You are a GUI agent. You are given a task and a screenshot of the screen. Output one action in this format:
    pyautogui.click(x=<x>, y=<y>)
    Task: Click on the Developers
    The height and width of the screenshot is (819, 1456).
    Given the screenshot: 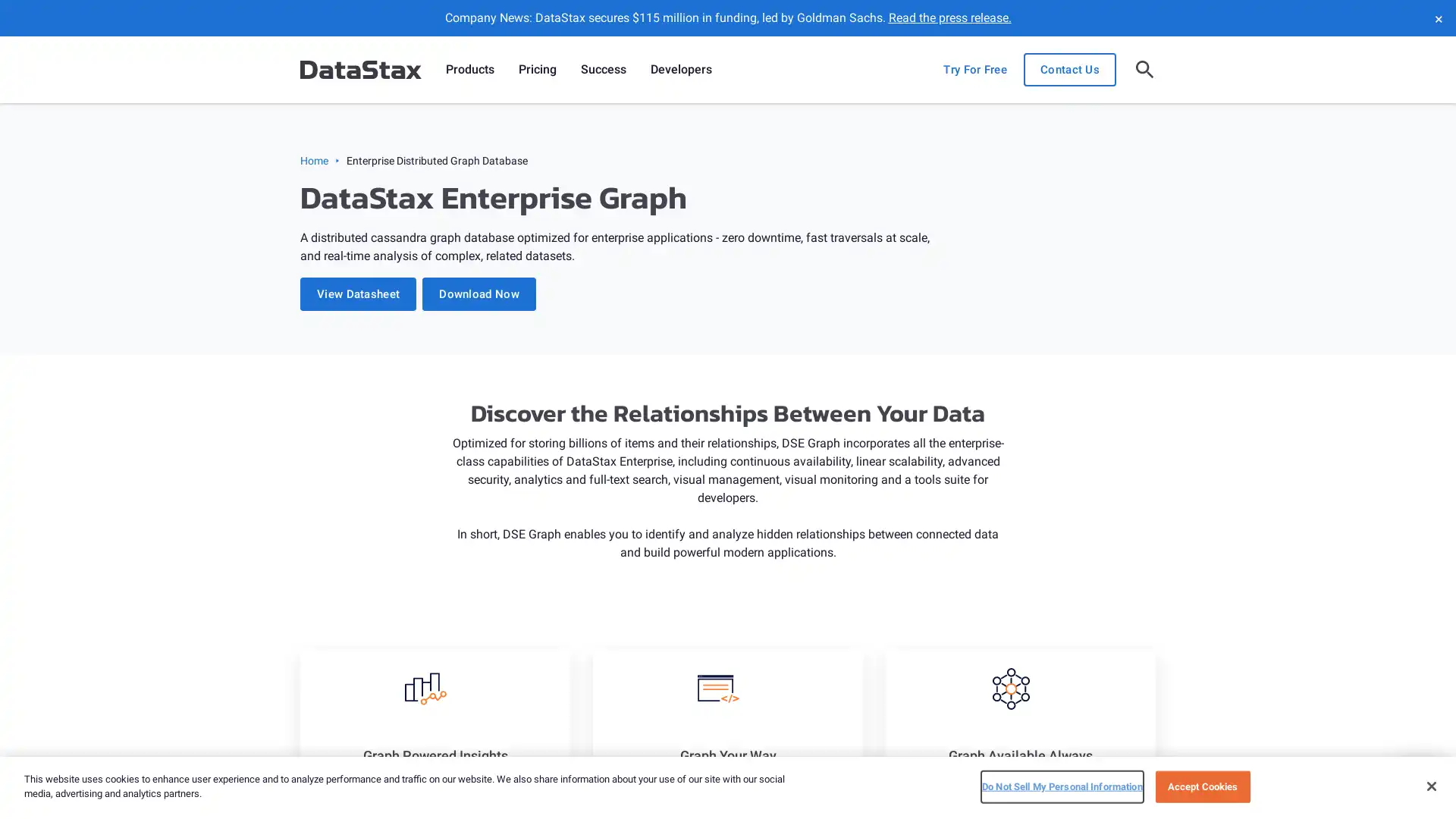 What is the action you would take?
    pyautogui.click(x=680, y=70)
    